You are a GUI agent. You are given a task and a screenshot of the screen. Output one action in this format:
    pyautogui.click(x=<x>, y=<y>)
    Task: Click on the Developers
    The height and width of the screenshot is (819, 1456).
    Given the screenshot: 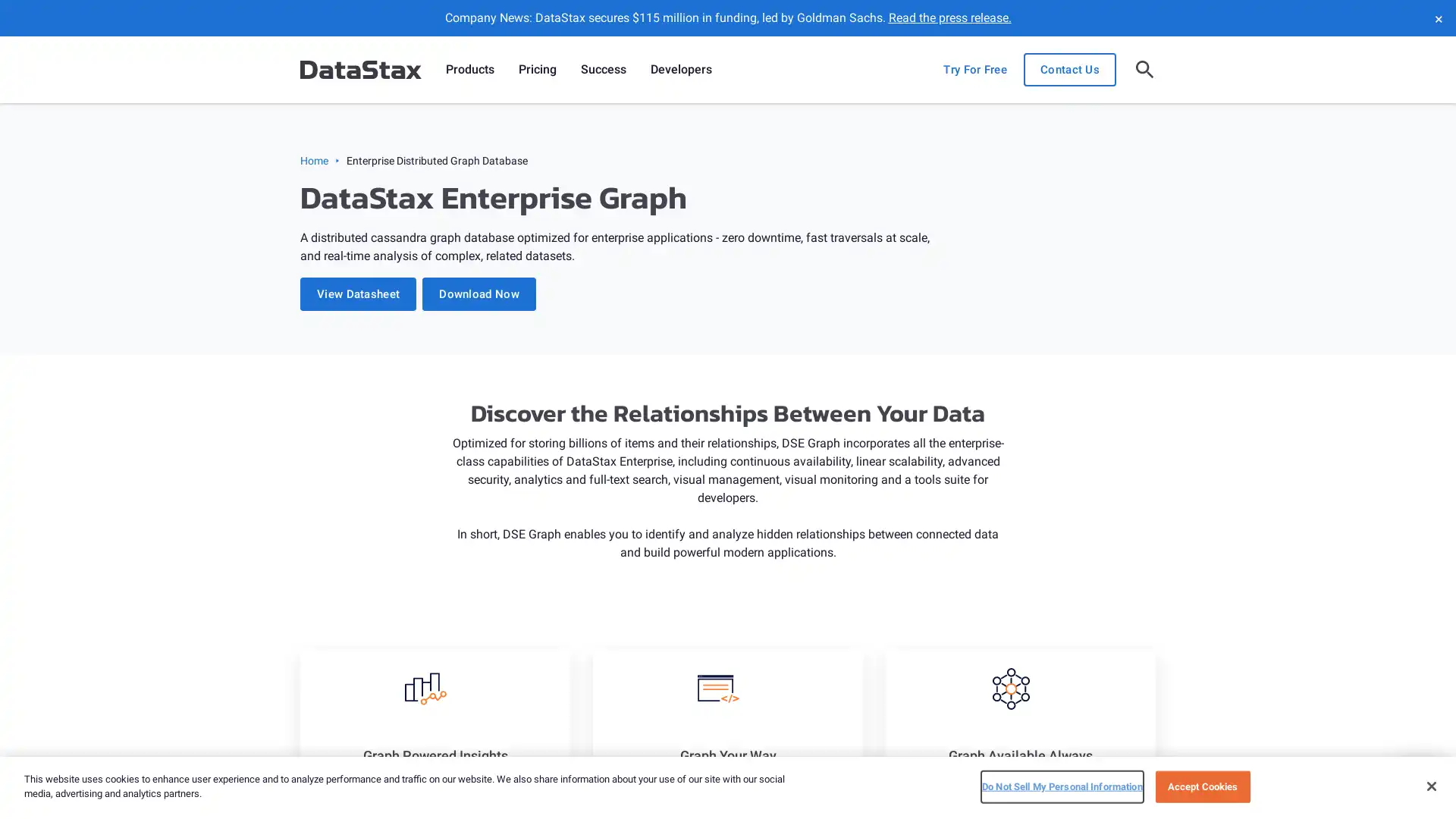 What is the action you would take?
    pyautogui.click(x=680, y=70)
    